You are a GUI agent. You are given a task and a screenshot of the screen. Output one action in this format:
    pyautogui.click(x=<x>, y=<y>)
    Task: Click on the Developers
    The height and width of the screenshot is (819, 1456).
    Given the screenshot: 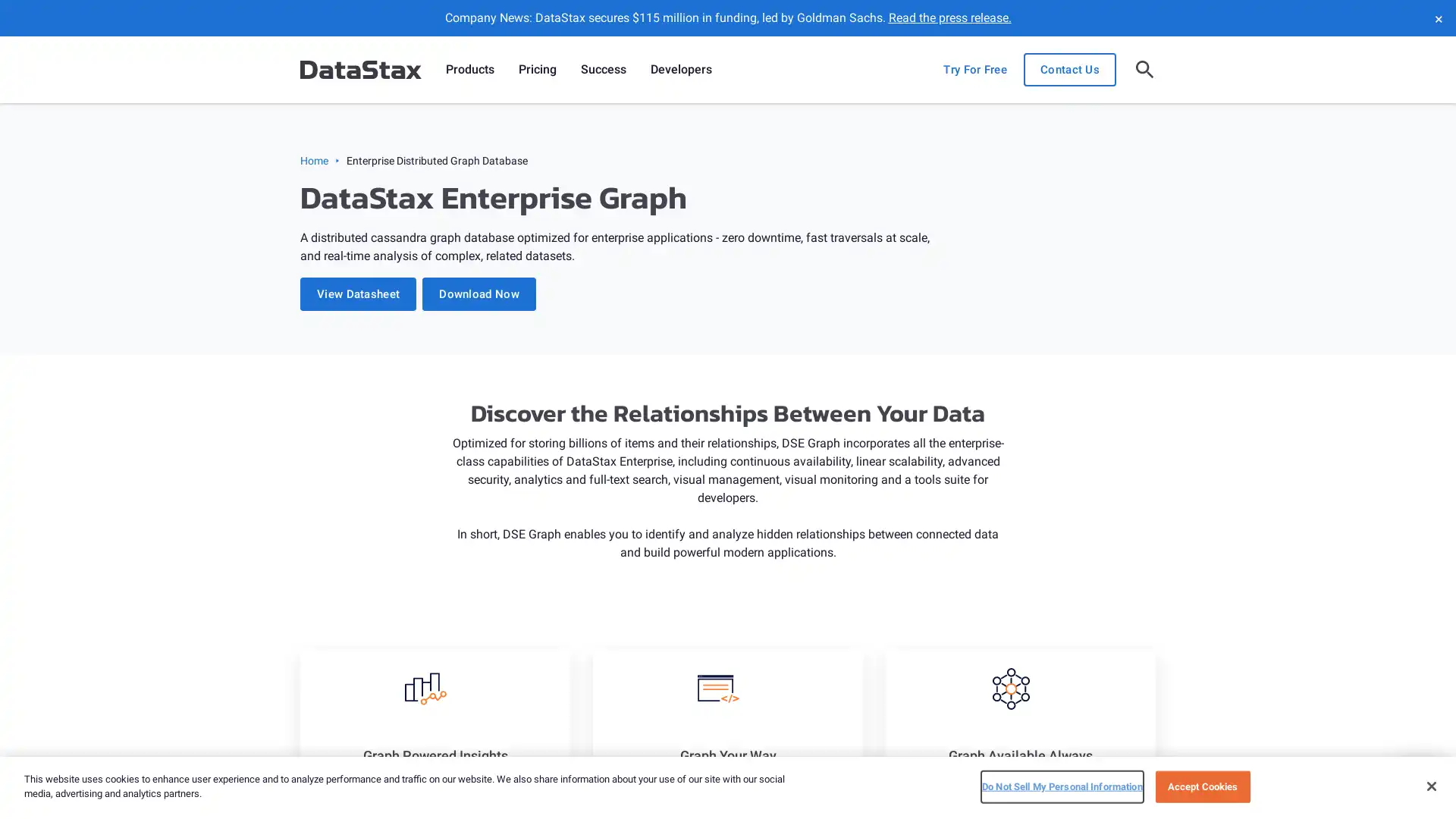 What is the action you would take?
    pyautogui.click(x=680, y=70)
    